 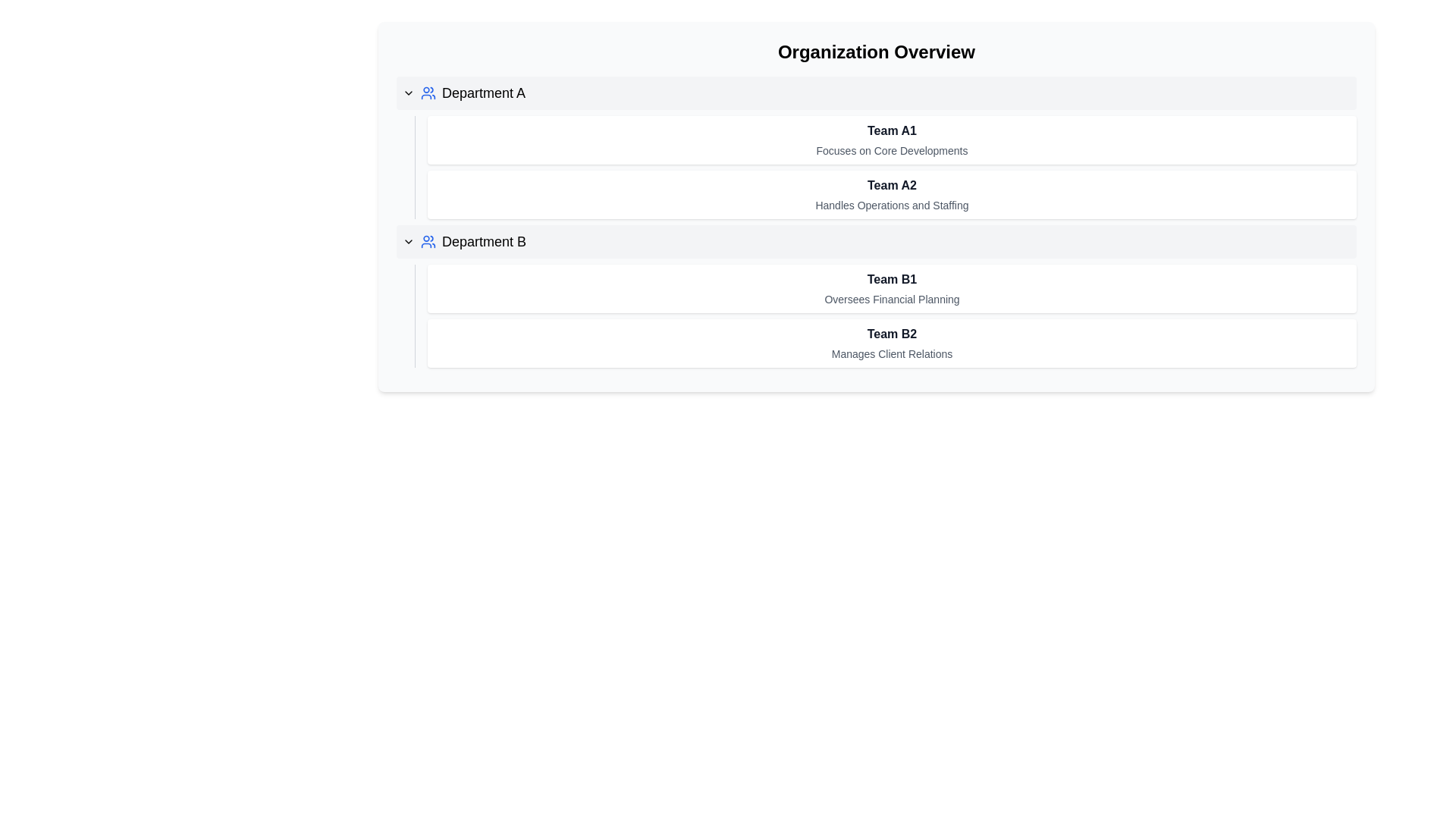 What do you see at coordinates (892, 280) in the screenshot?
I see `the static text label identifying 'Team B1' located in the second department section titled 'Department B', which is positioned above 'Oversees Financial Planning'` at bounding box center [892, 280].